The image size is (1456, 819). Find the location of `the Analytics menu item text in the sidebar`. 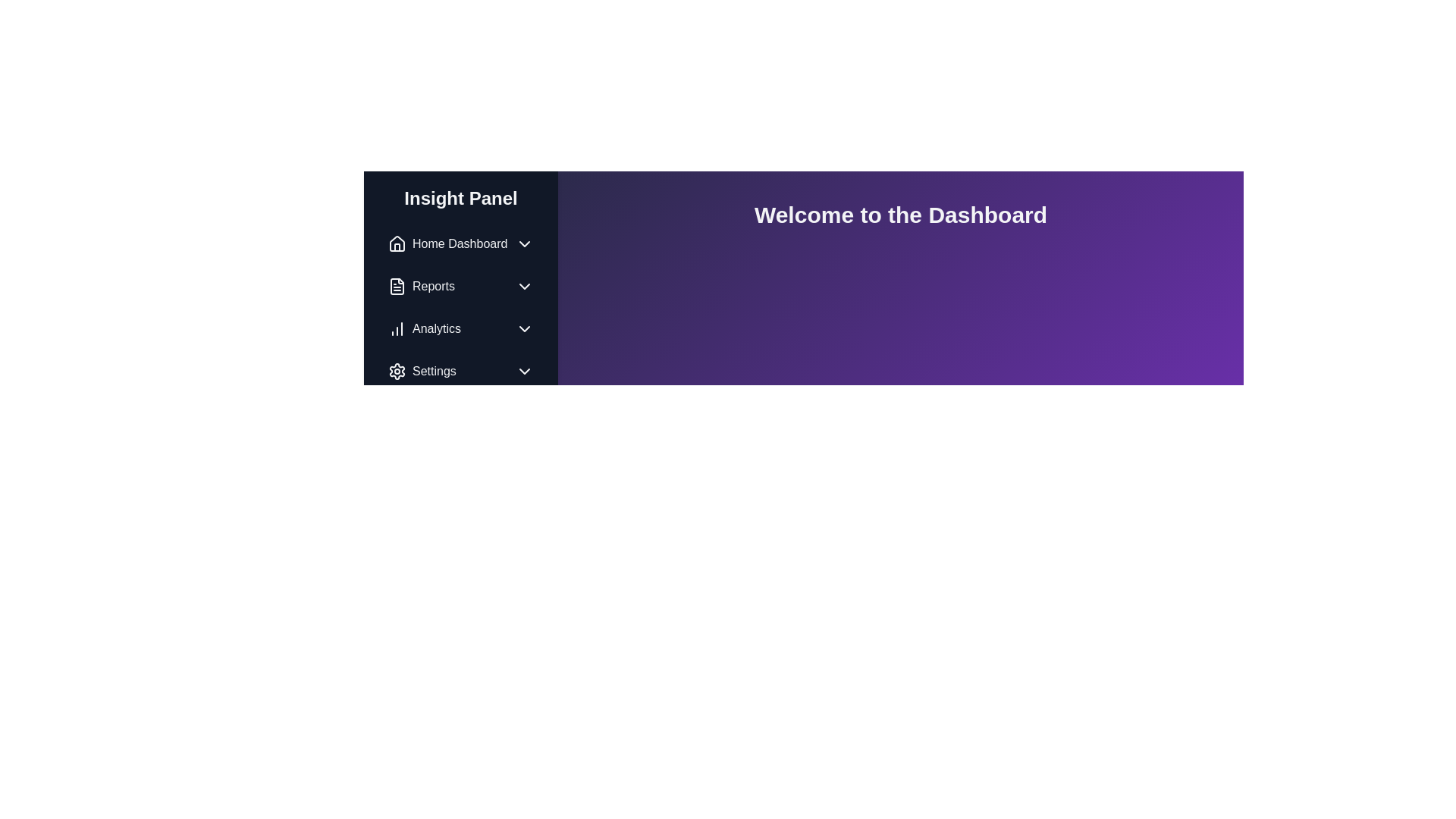

the Analytics menu item text in the sidebar is located at coordinates (436, 328).